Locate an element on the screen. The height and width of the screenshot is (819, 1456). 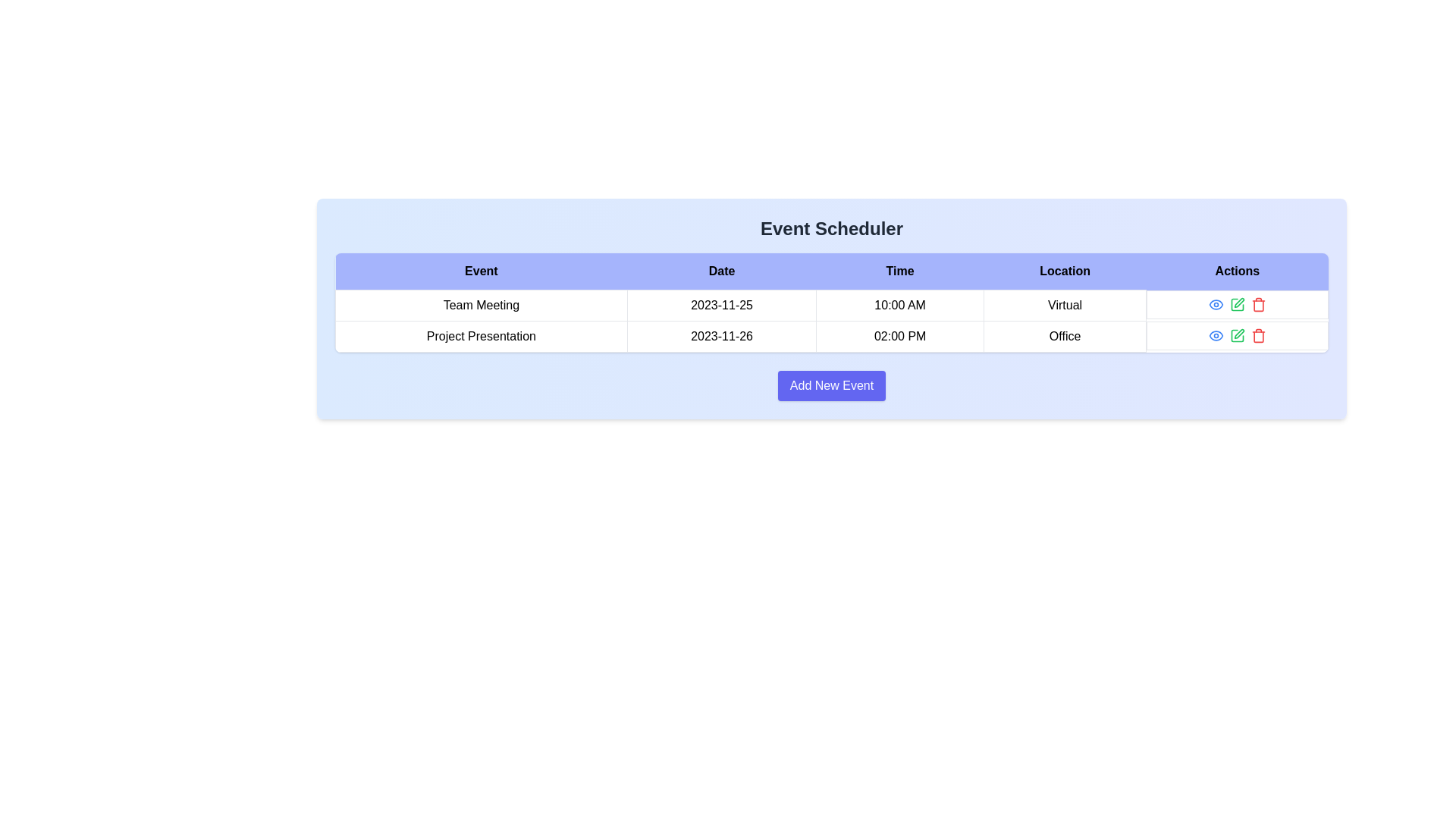
the table cell containing 'Team Meeting' is located at coordinates (480, 305).